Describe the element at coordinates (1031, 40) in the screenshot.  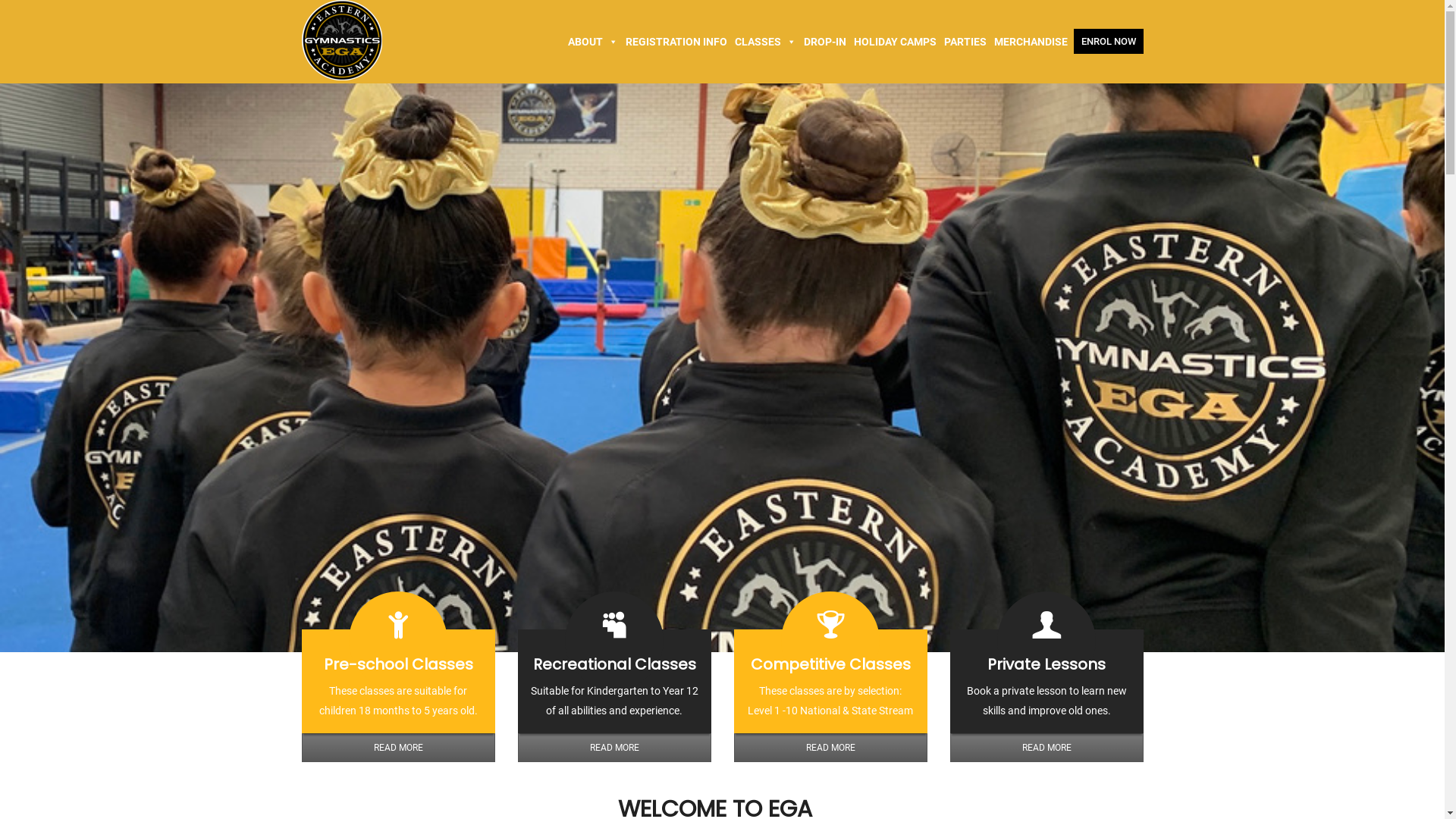
I see `'MERCHANDISE'` at that location.